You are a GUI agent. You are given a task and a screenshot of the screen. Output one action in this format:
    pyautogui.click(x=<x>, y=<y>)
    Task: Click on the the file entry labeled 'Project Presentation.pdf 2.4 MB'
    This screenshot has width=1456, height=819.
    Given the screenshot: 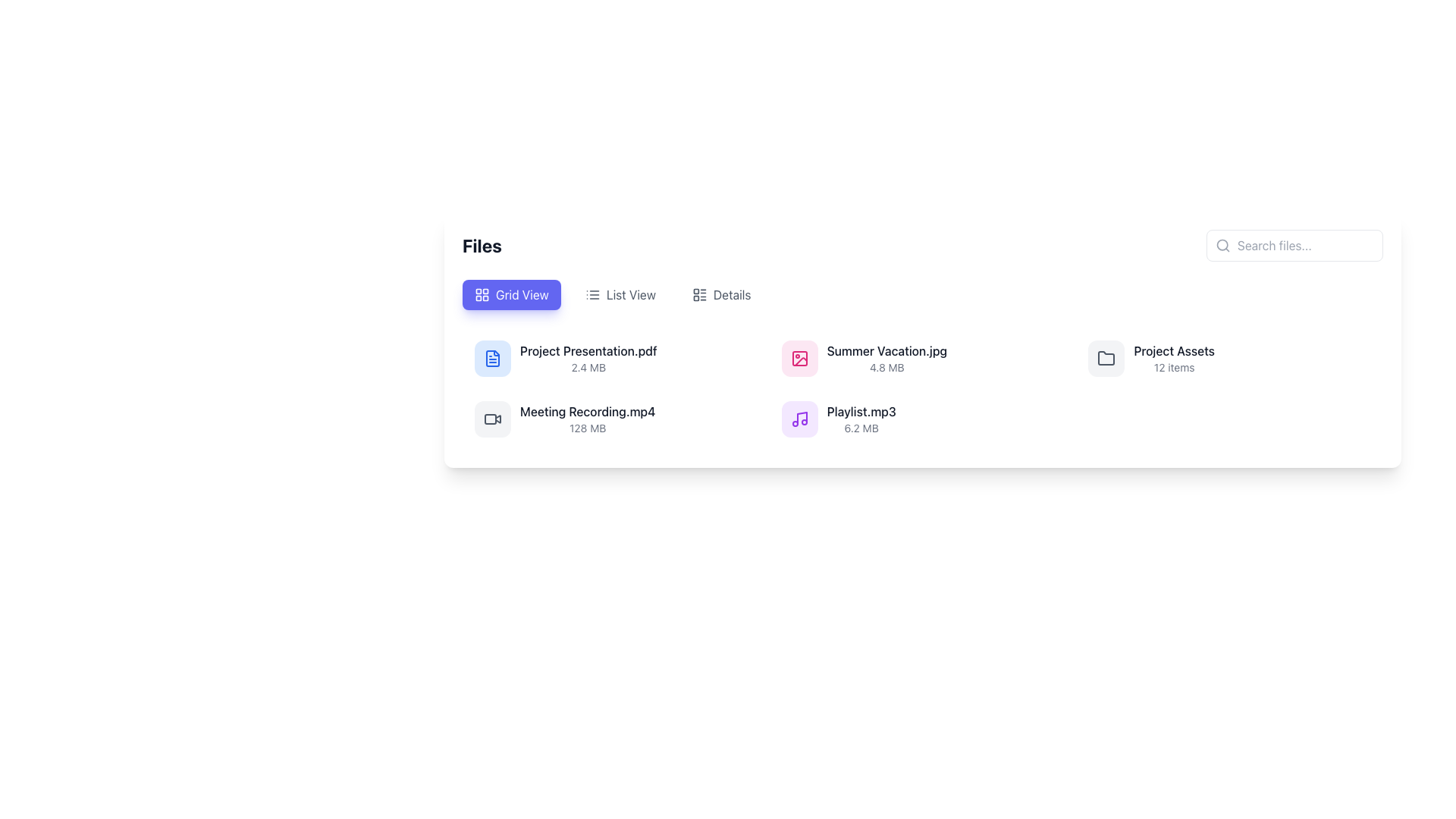 What is the action you would take?
    pyautogui.click(x=616, y=359)
    